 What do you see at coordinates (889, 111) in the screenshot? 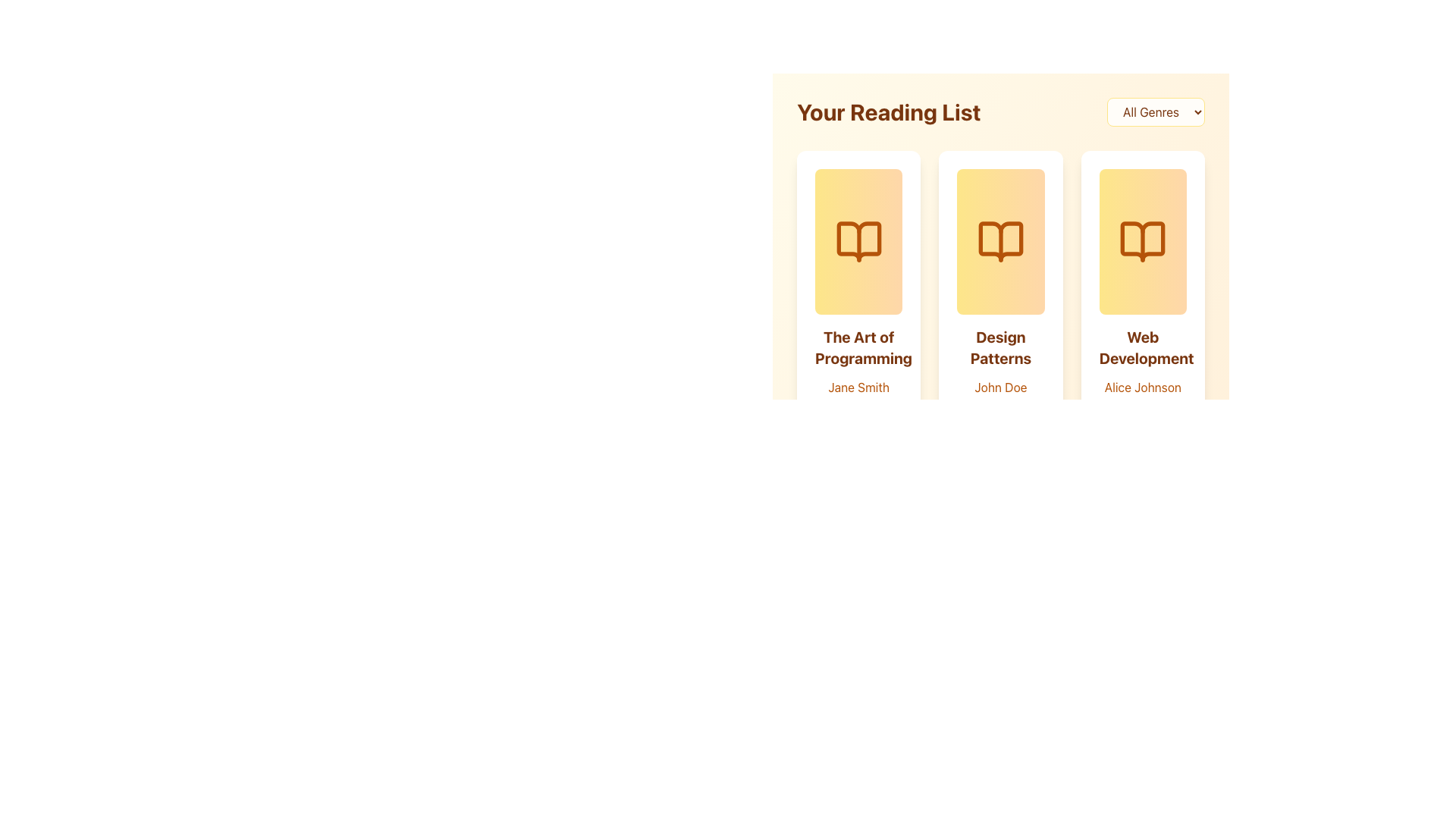
I see `bold, amber-colored header text 'Your Reading List' located at the top-left corner of the interface, preceding the dropdown menu labeled 'All Genres'` at bounding box center [889, 111].